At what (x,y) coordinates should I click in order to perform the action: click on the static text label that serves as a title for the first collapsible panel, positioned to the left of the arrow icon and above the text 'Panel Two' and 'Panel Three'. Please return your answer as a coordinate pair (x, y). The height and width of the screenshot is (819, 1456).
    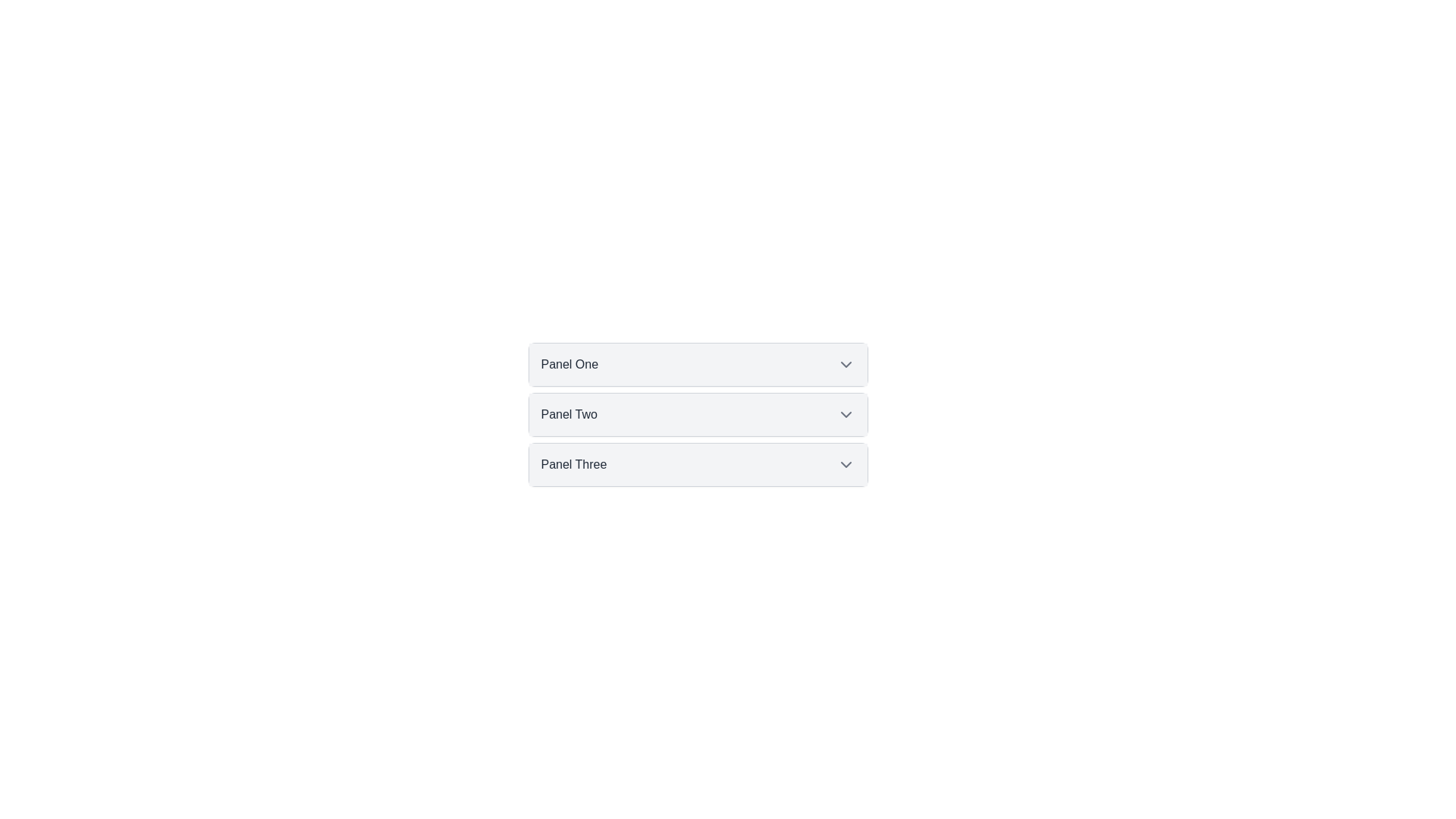
    Looking at the image, I should click on (569, 365).